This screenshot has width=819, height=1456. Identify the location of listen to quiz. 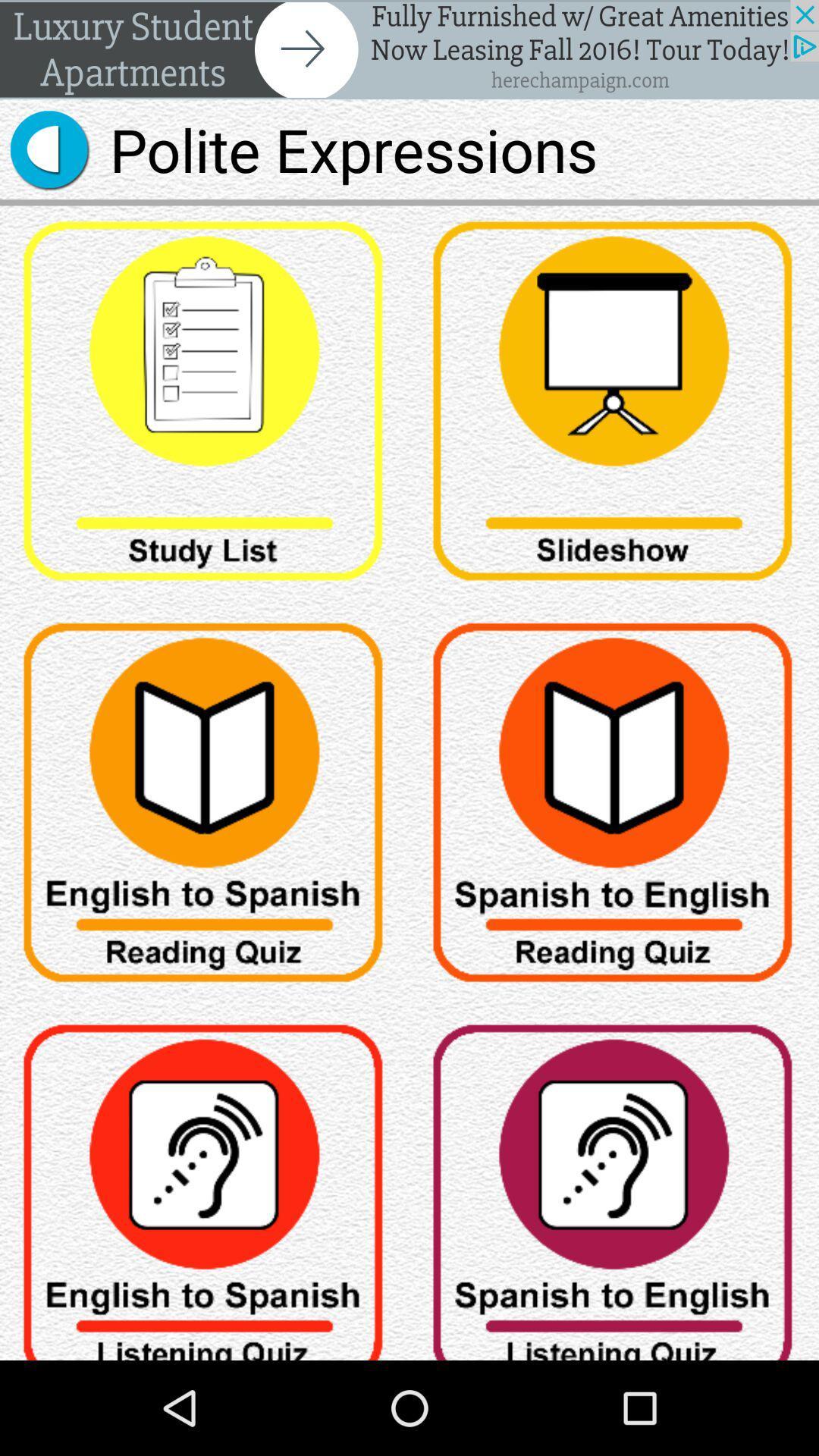
(614, 1184).